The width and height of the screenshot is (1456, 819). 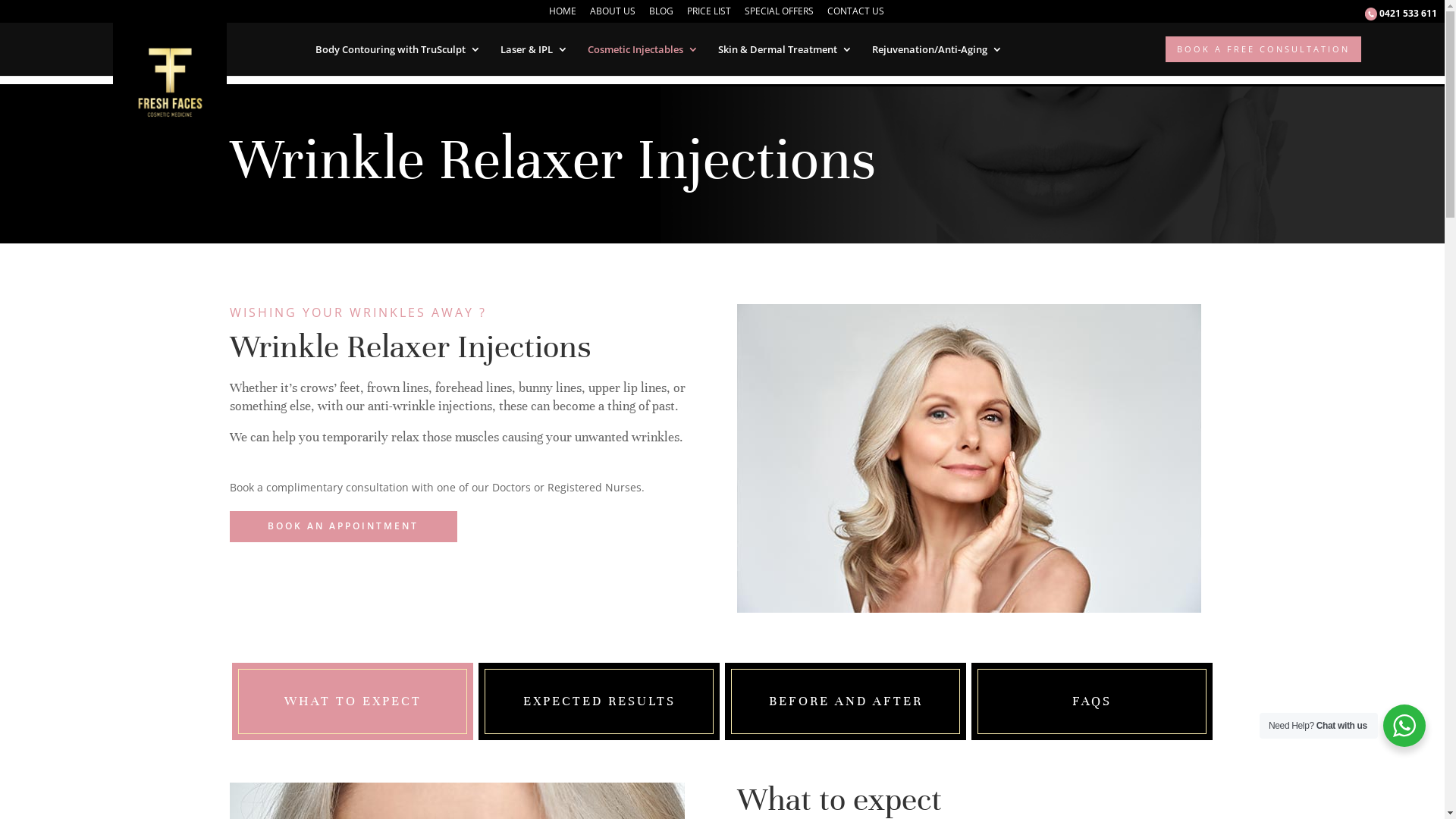 What do you see at coordinates (784, 49) in the screenshot?
I see `'Skin & Dermal Treatment'` at bounding box center [784, 49].